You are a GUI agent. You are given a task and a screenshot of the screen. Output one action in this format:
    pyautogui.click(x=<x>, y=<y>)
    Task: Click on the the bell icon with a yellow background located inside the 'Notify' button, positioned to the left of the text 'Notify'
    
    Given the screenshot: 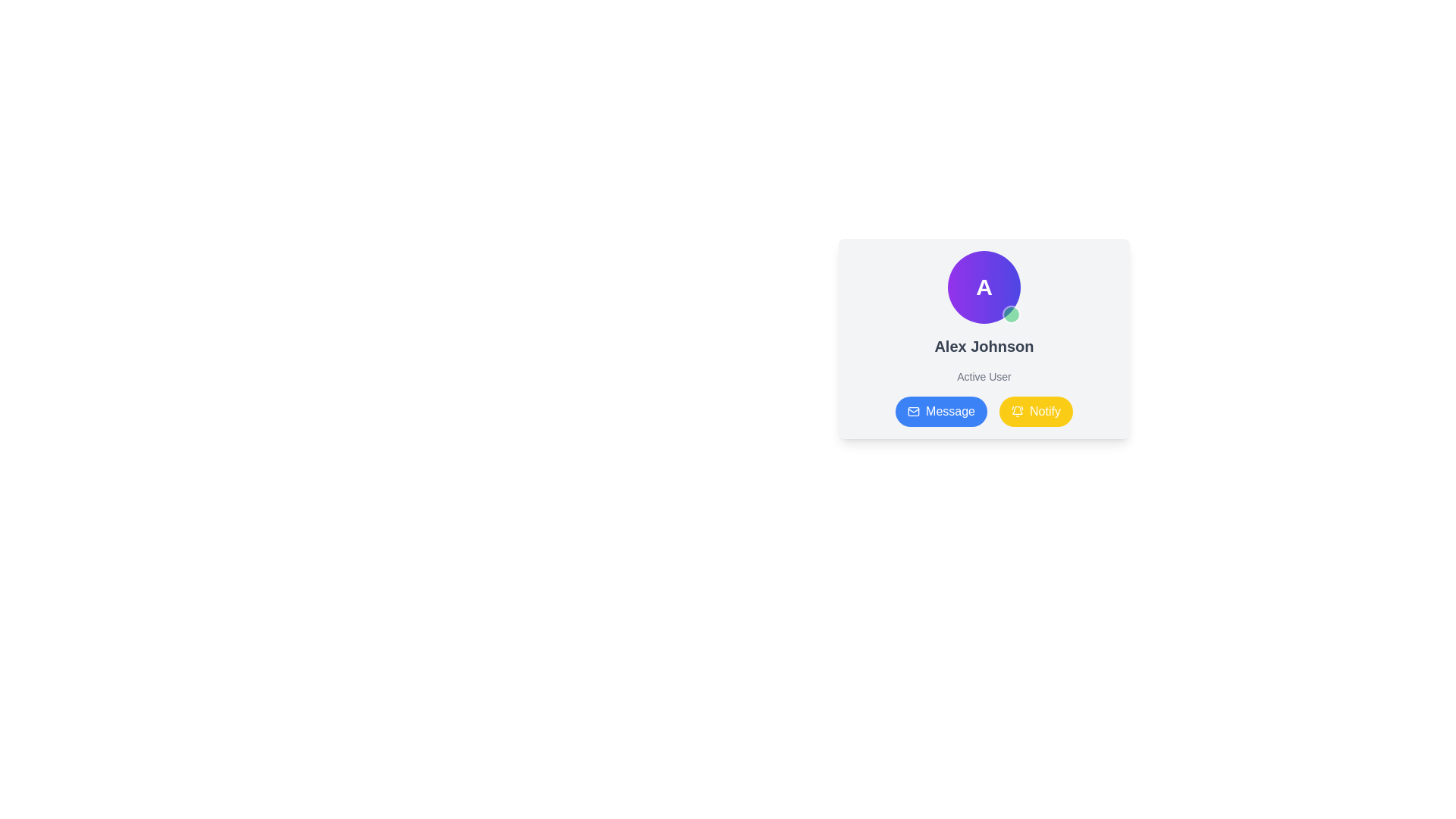 What is the action you would take?
    pyautogui.click(x=1018, y=412)
    